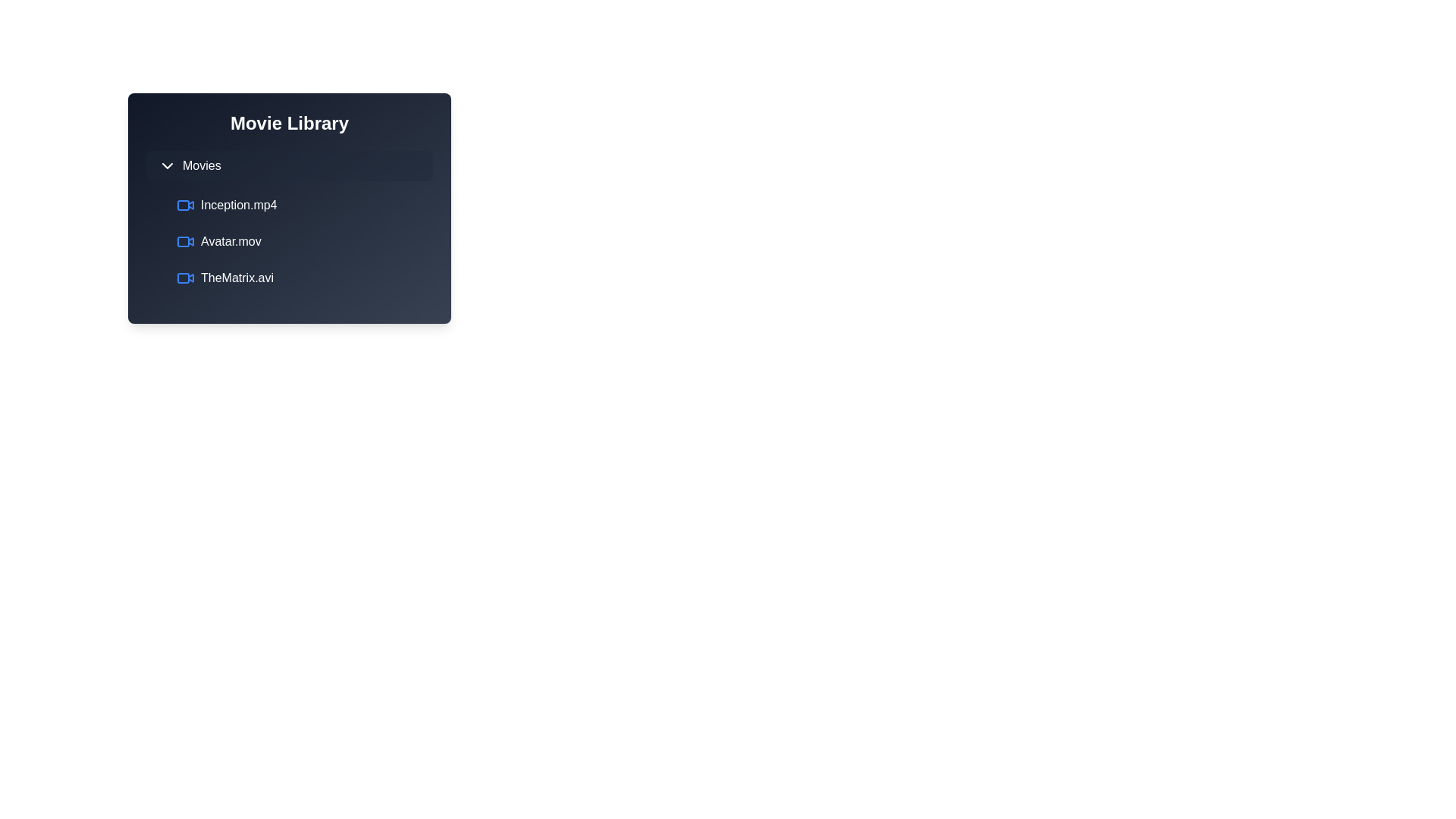 The image size is (1456, 819). What do you see at coordinates (302, 241) in the screenshot?
I see `the movie item Avatar.mov from the list` at bounding box center [302, 241].